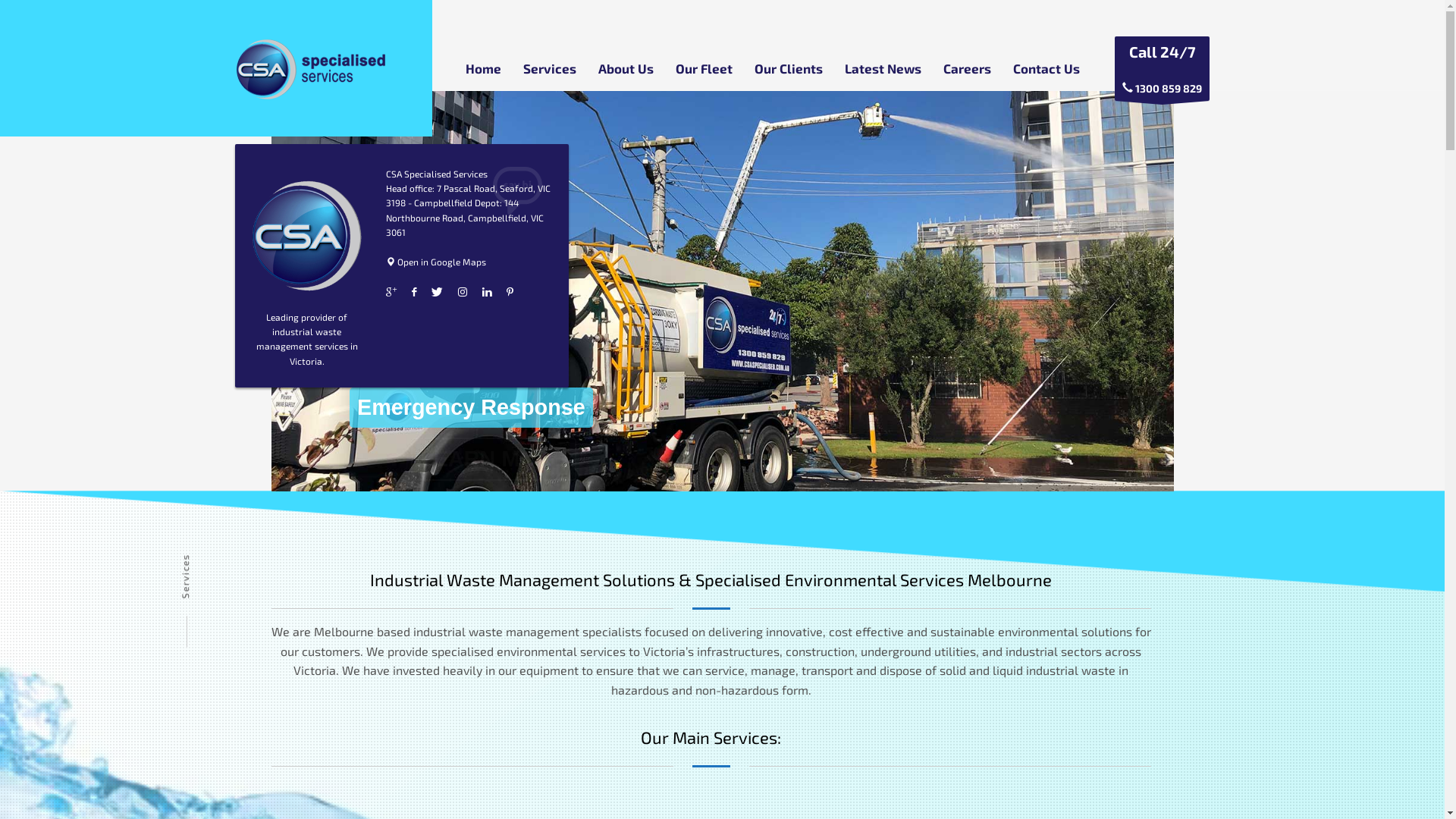 The image size is (1456, 819). What do you see at coordinates (513, 67) in the screenshot?
I see `'Services'` at bounding box center [513, 67].